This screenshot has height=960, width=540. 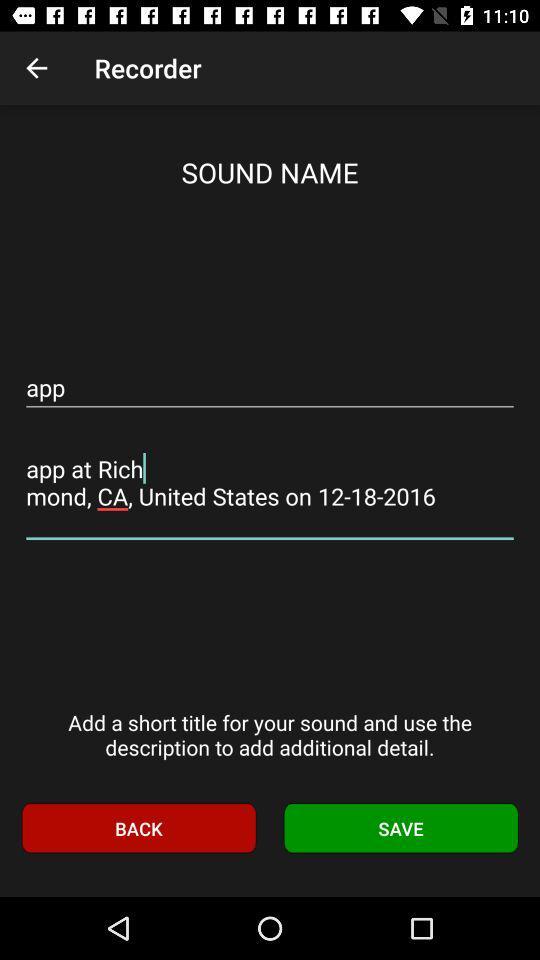 I want to click on item next to the recorder item, so click(x=36, y=68).